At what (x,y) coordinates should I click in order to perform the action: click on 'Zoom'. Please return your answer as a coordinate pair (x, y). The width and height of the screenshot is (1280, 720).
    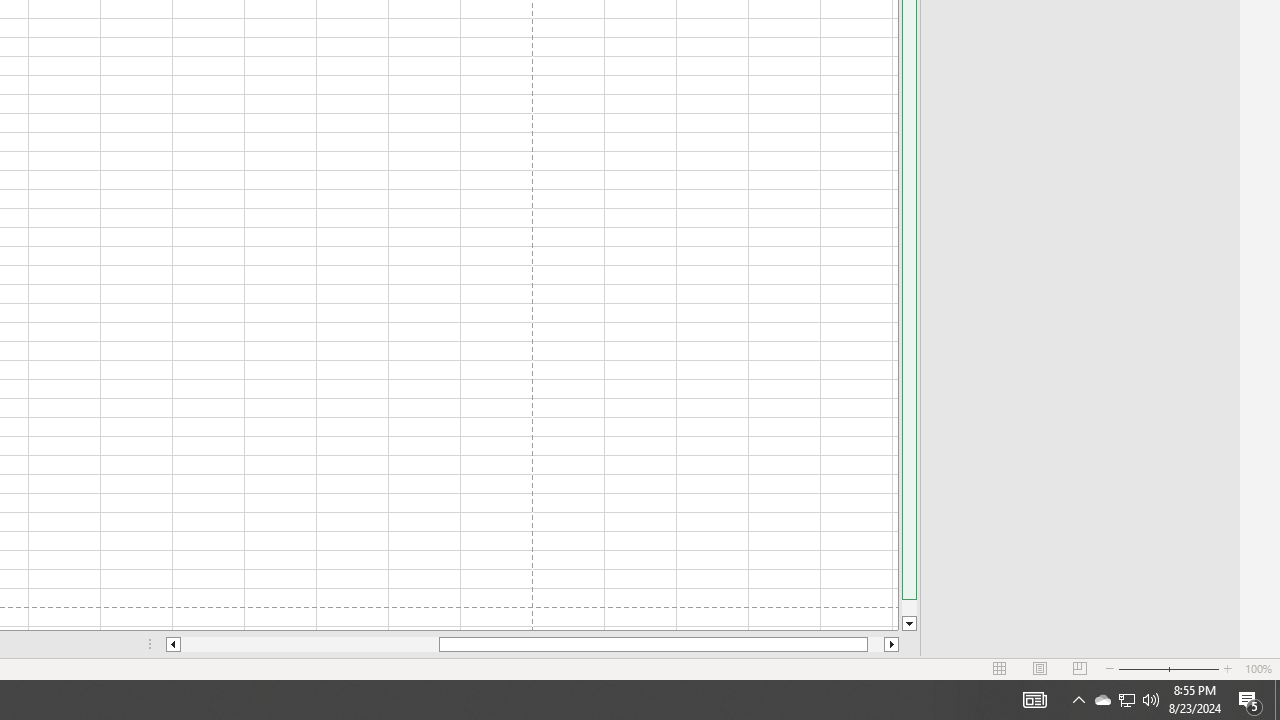
    Looking at the image, I should click on (1168, 669).